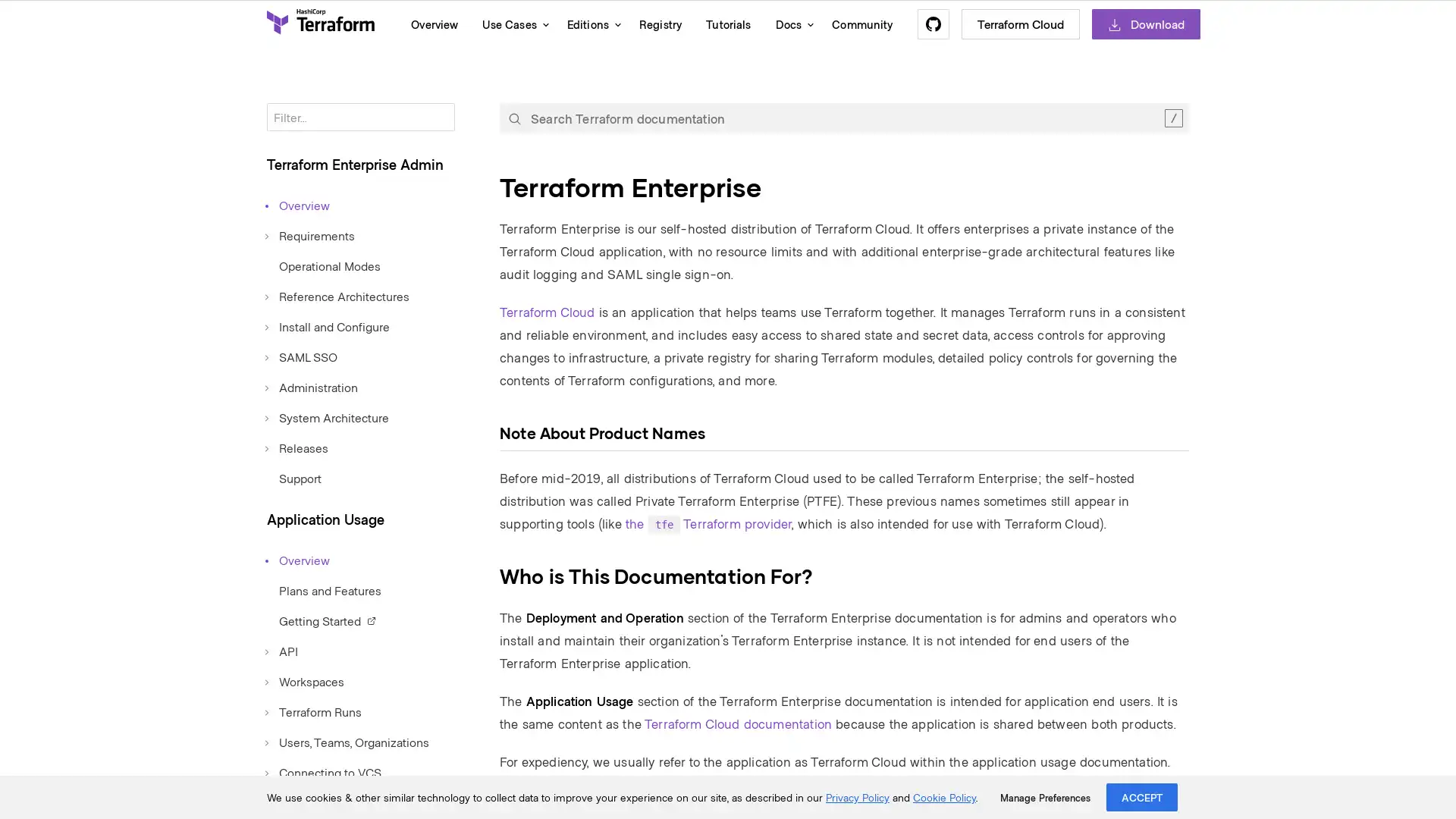 The height and width of the screenshot is (819, 1456). Describe the element at coordinates (514, 117) in the screenshot. I see `Submit your search query.` at that location.